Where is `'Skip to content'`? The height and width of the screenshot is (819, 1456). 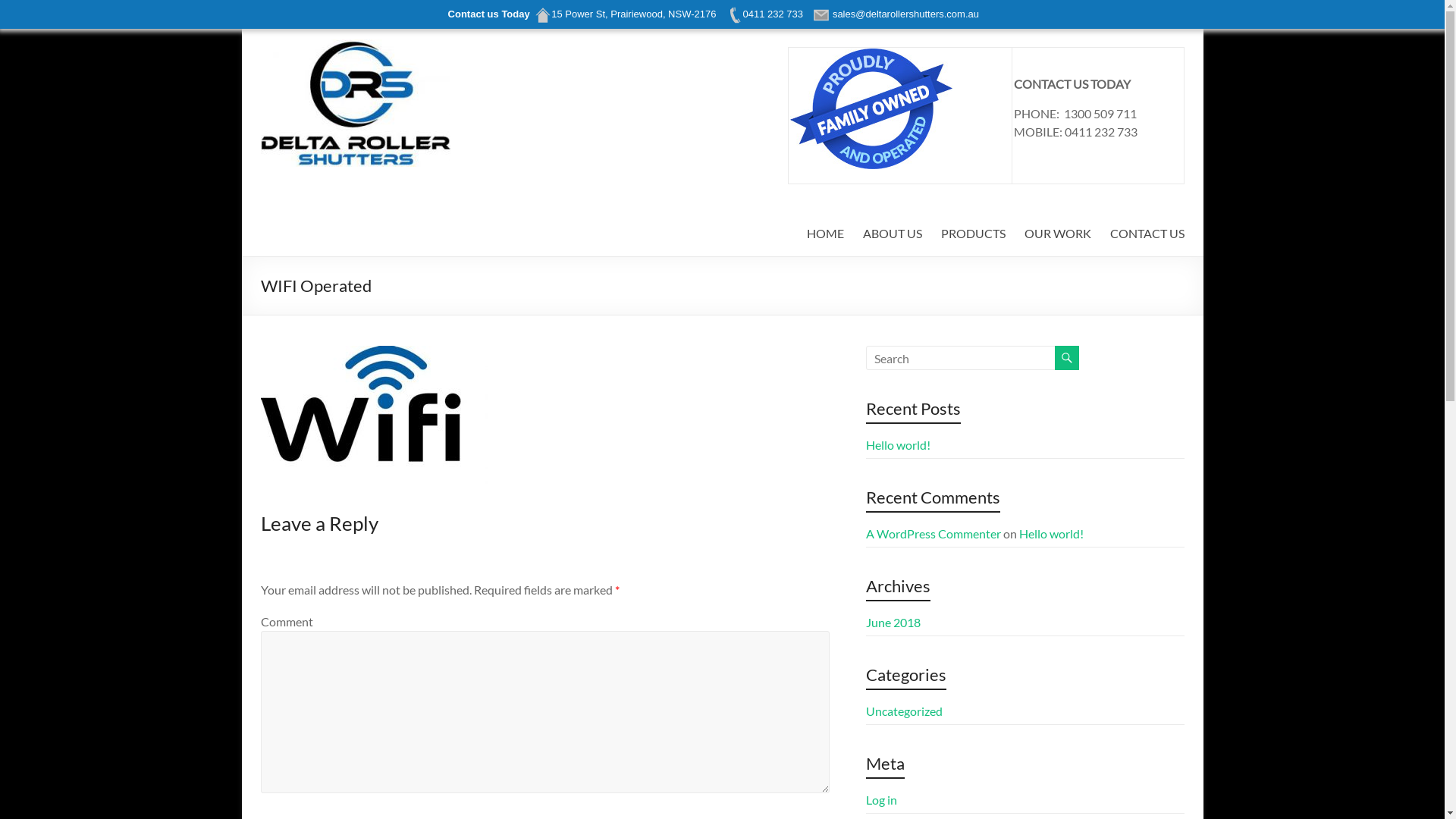
'Skip to content' is located at coordinates (240, 27).